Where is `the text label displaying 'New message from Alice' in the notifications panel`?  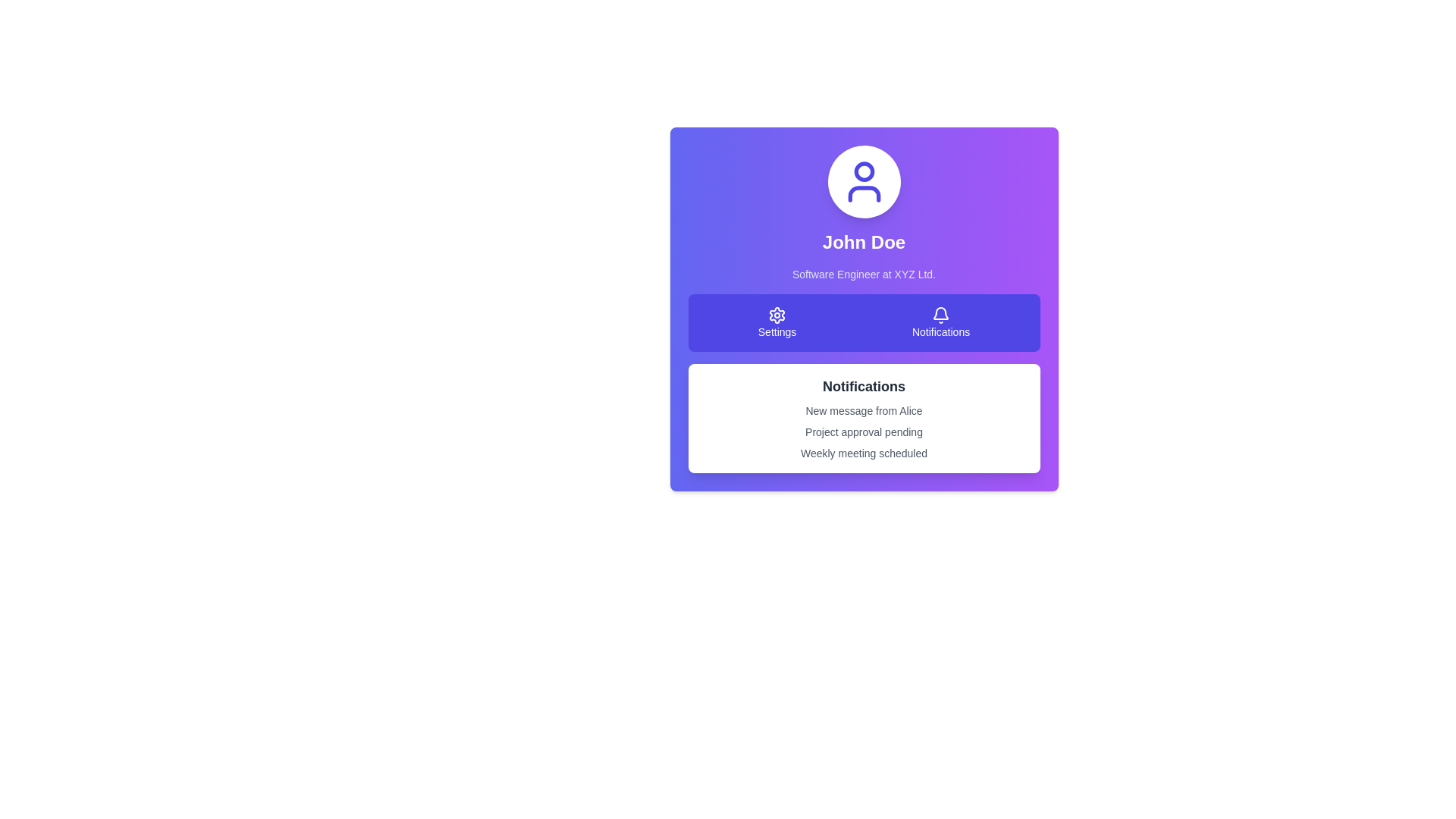
the text label displaying 'New message from Alice' in the notifications panel is located at coordinates (864, 411).